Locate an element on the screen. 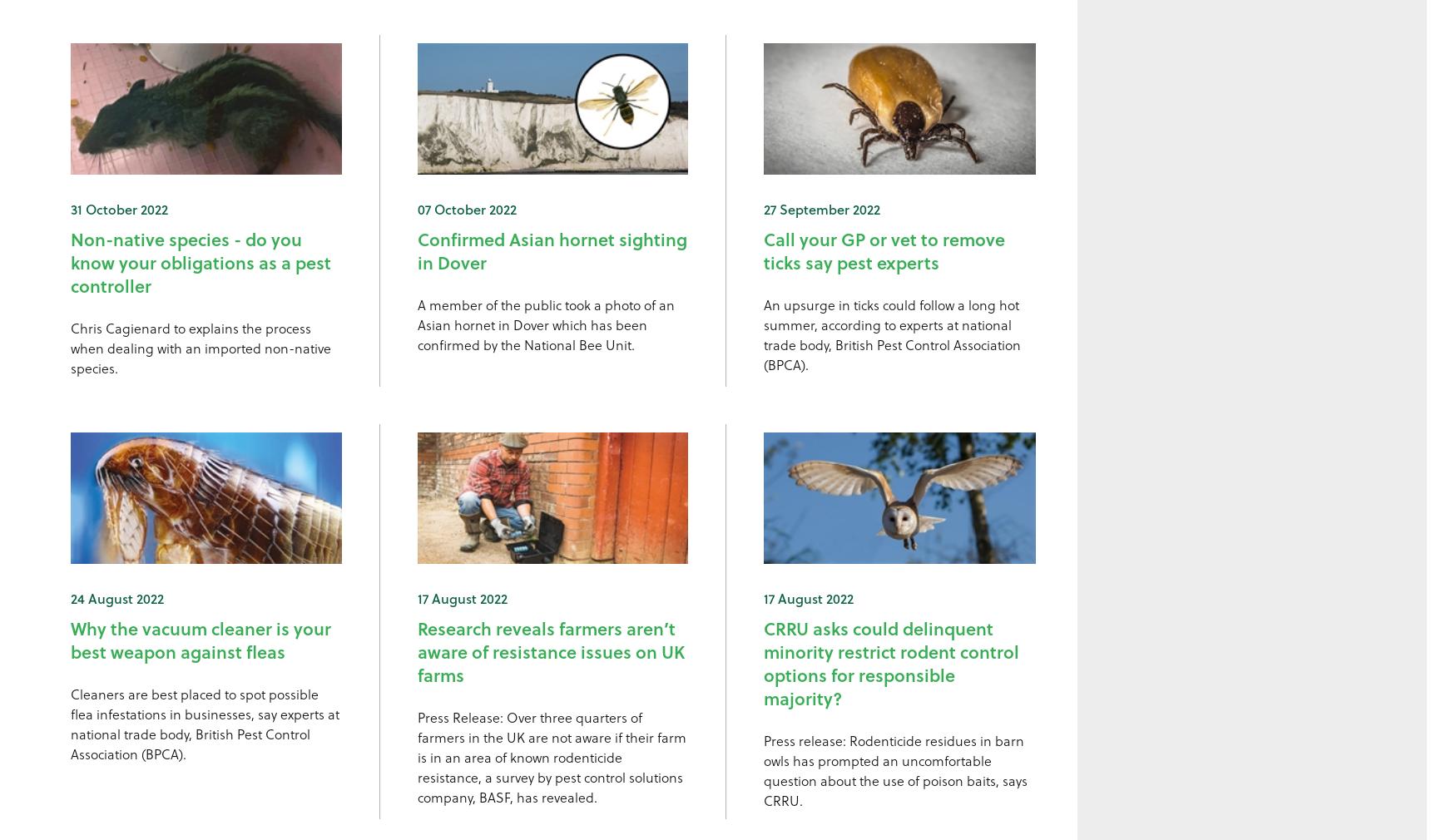 This screenshot has height=840, width=1456. 'Cleaners are best placed to spot possible flea infestations in businesses, say experts at national trade body, British Pest Control Association (BPCA).' is located at coordinates (71, 723).